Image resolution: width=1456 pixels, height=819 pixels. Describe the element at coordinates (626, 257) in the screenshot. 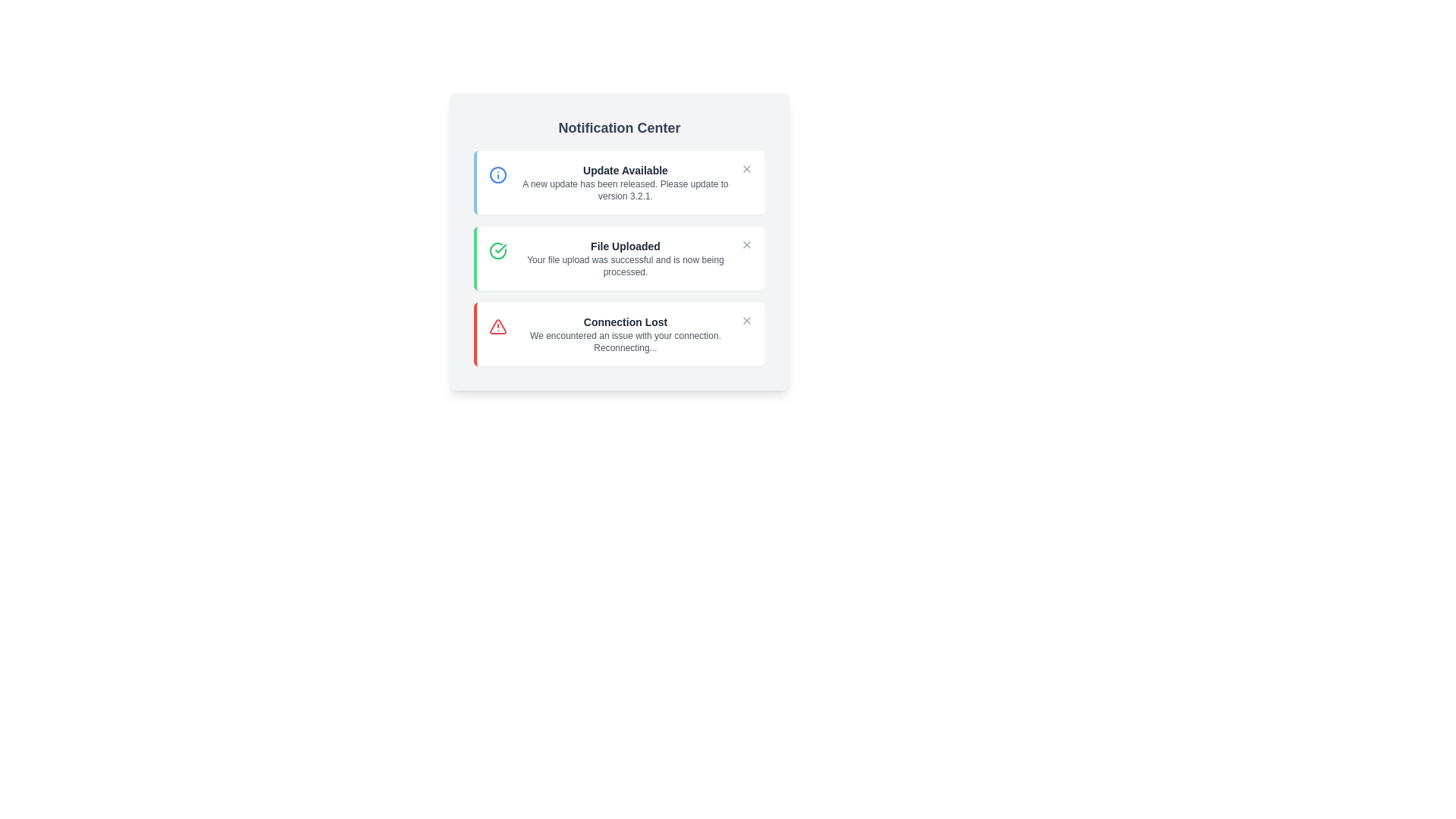

I see `notification text indicating that the file upload was successful, which is located in the second notification box of the Notification Center` at that location.